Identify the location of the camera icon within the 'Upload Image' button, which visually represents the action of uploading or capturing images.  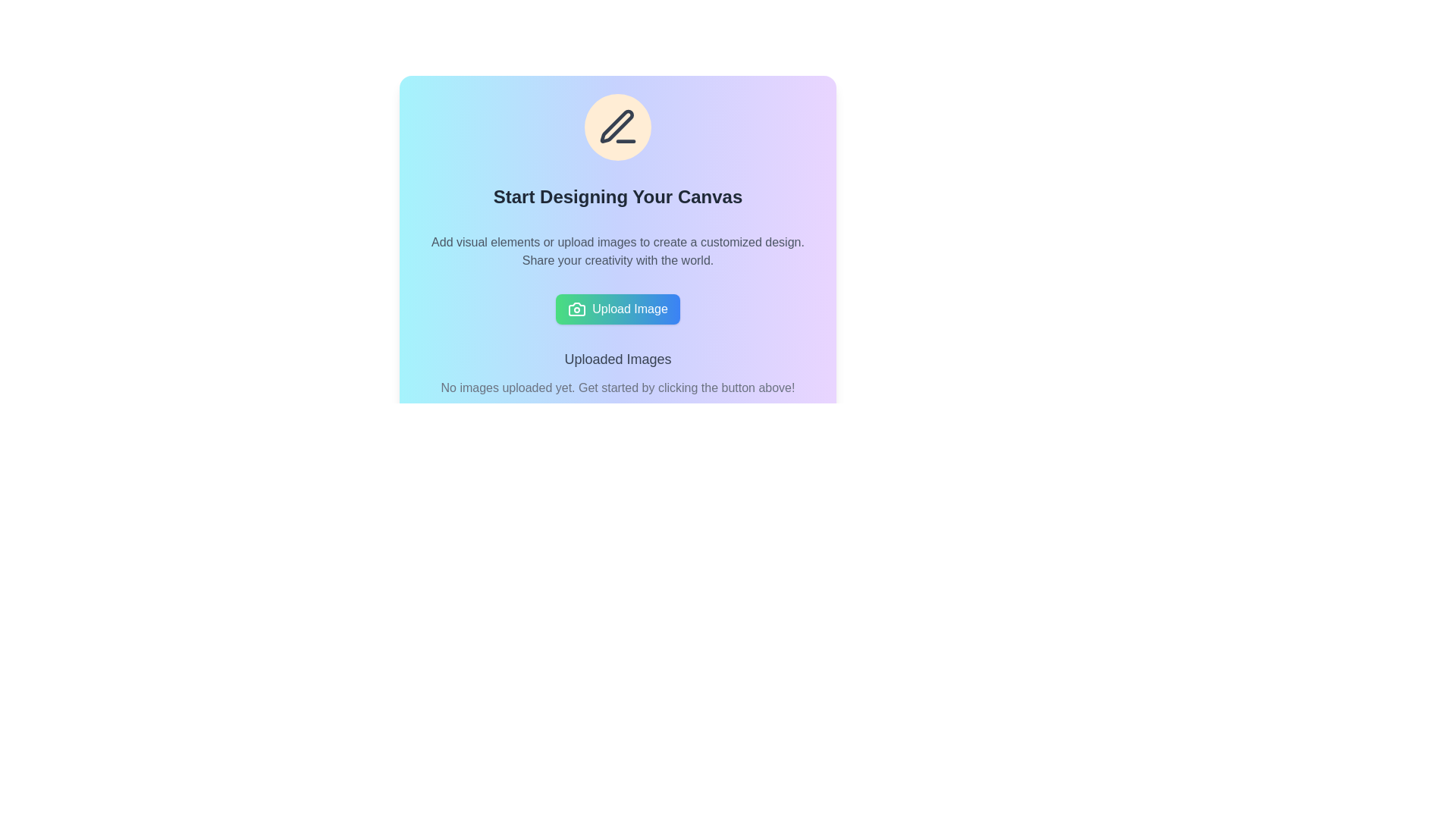
(576, 309).